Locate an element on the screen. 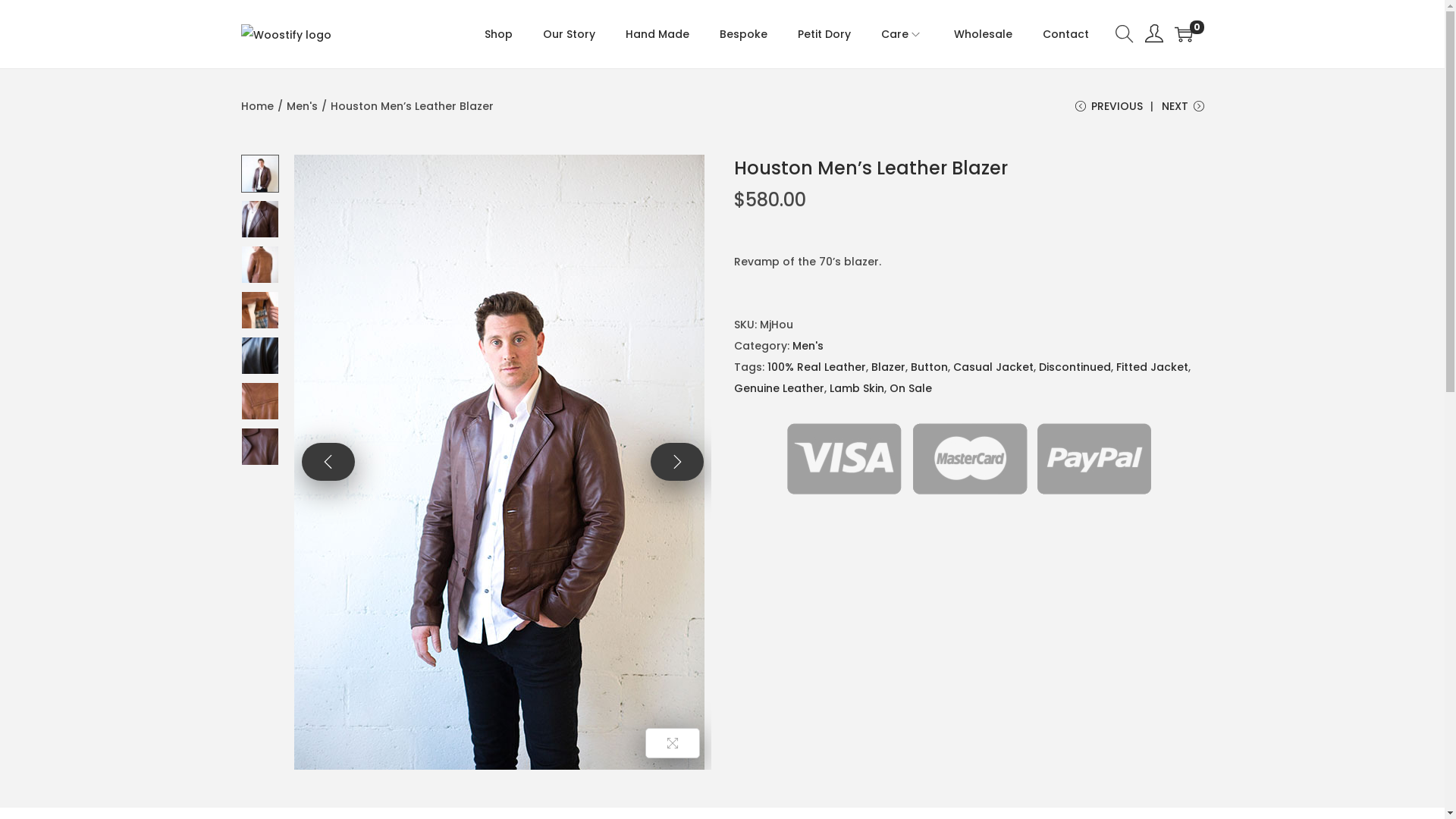  'Fitted Jacket' is located at coordinates (1152, 366).